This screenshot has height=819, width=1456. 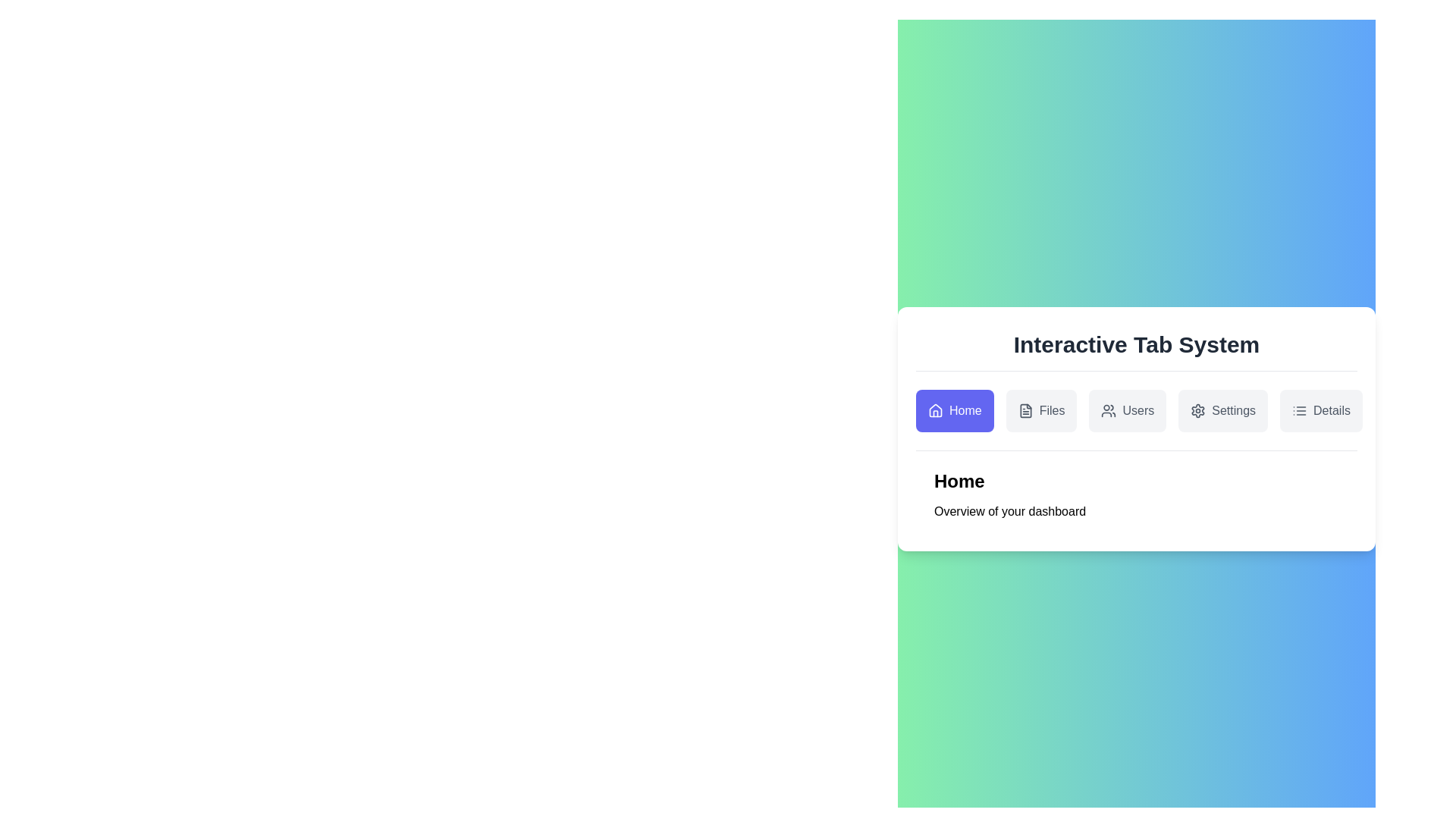 What do you see at coordinates (1298, 411) in the screenshot?
I see `the icon that visually represents the 'Details' button, located to the left of the text label 'Details' in the horizontal navigation bar under 'Interactive Tab System'` at bounding box center [1298, 411].